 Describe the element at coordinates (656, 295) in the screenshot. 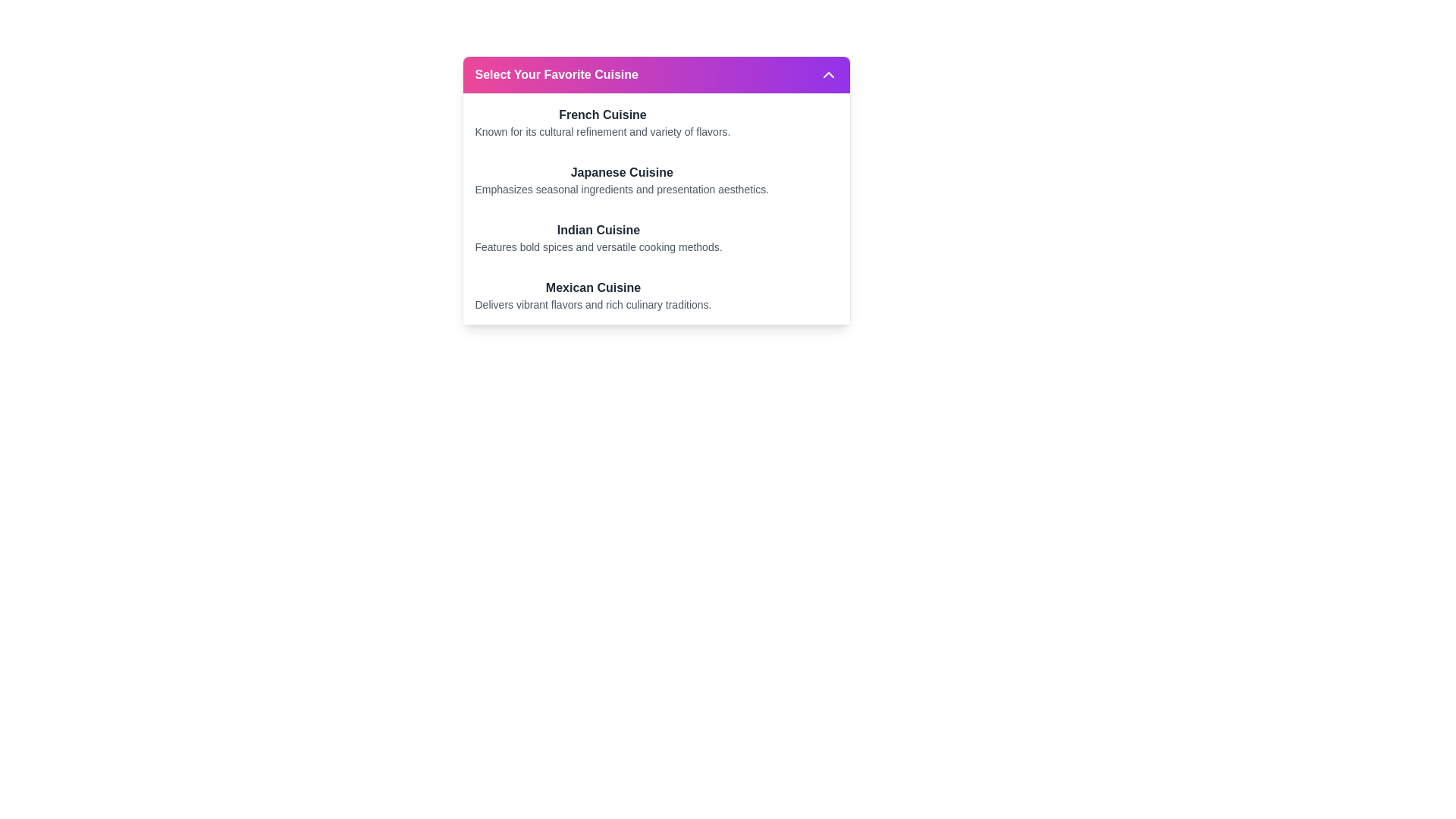

I see `description of the Text block displaying information about Mexican Cuisine, which is the last item in a list of cuisines positioned under 'Indian Cuisine'` at that location.